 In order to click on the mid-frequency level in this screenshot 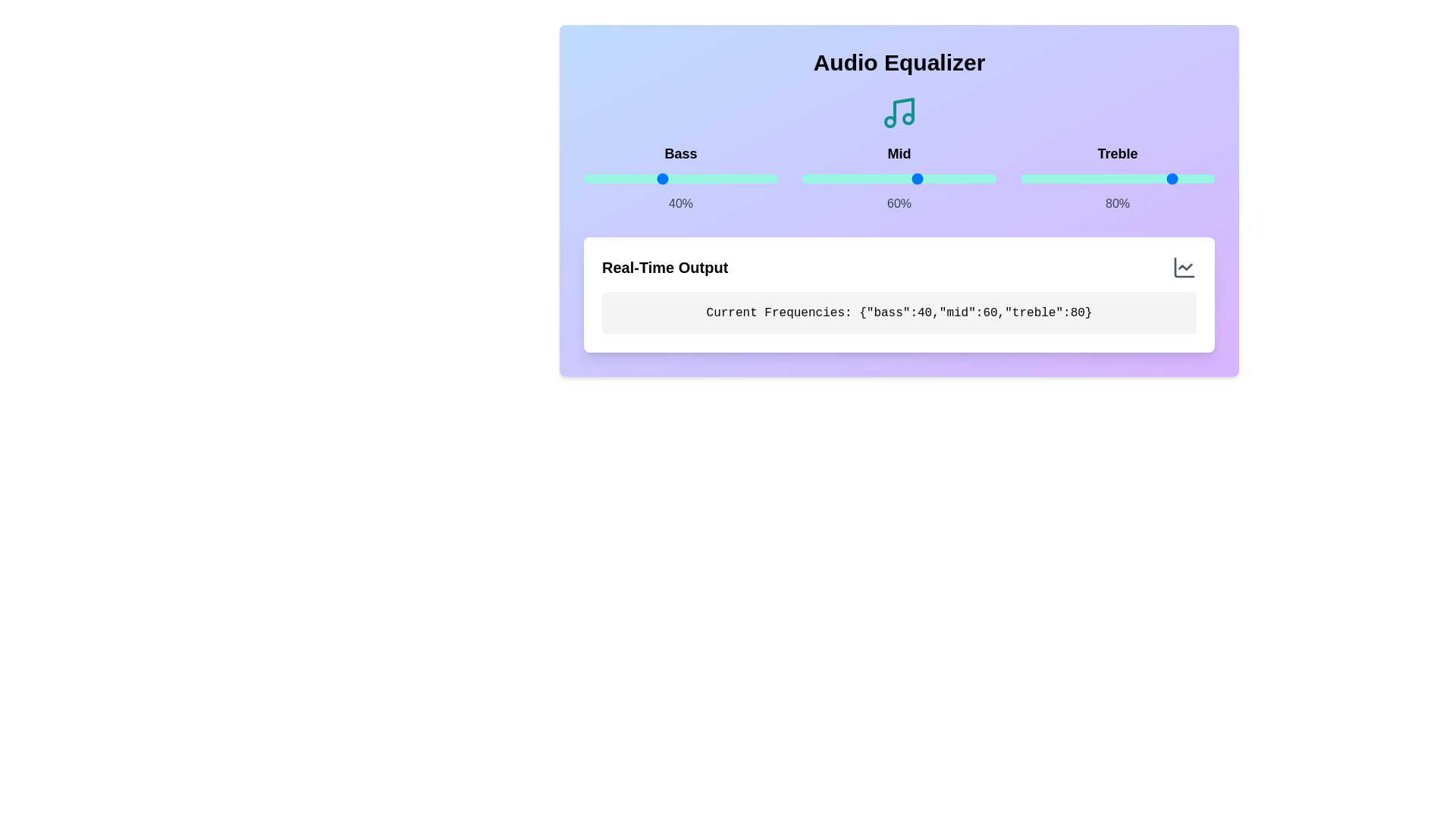, I will do `click(809, 177)`.